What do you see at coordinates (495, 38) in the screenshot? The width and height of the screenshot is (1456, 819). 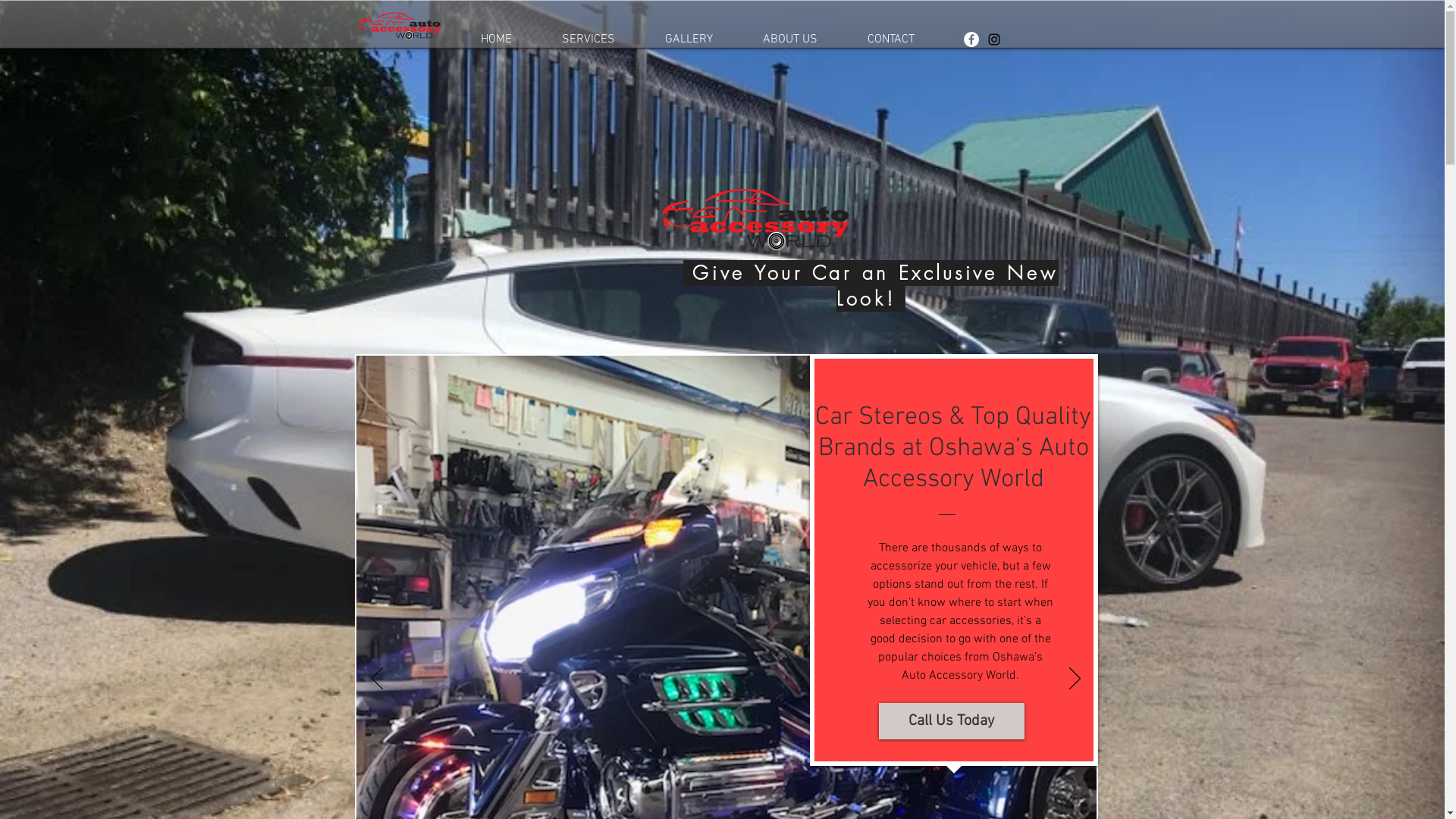 I see `'HOME'` at bounding box center [495, 38].